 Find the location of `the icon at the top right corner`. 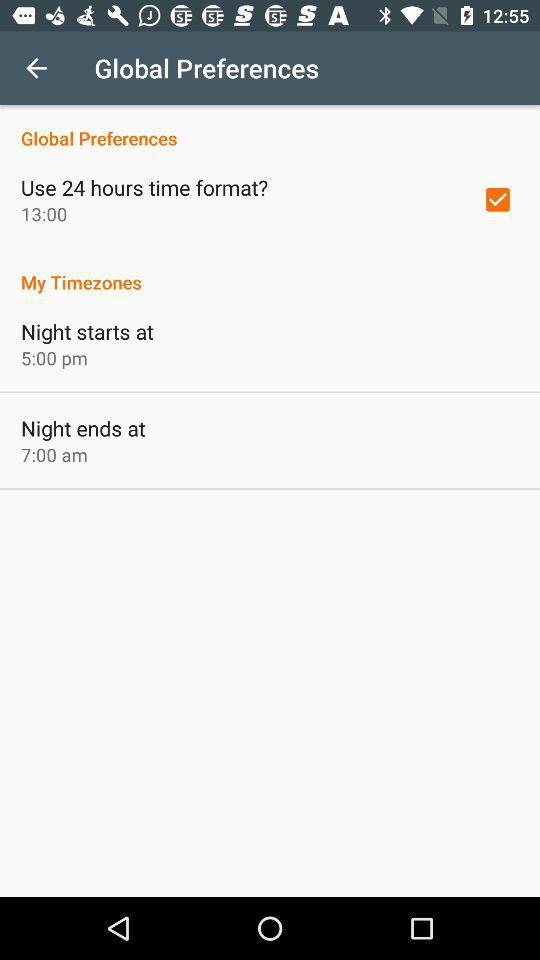

the icon at the top right corner is located at coordinates (496, 199).